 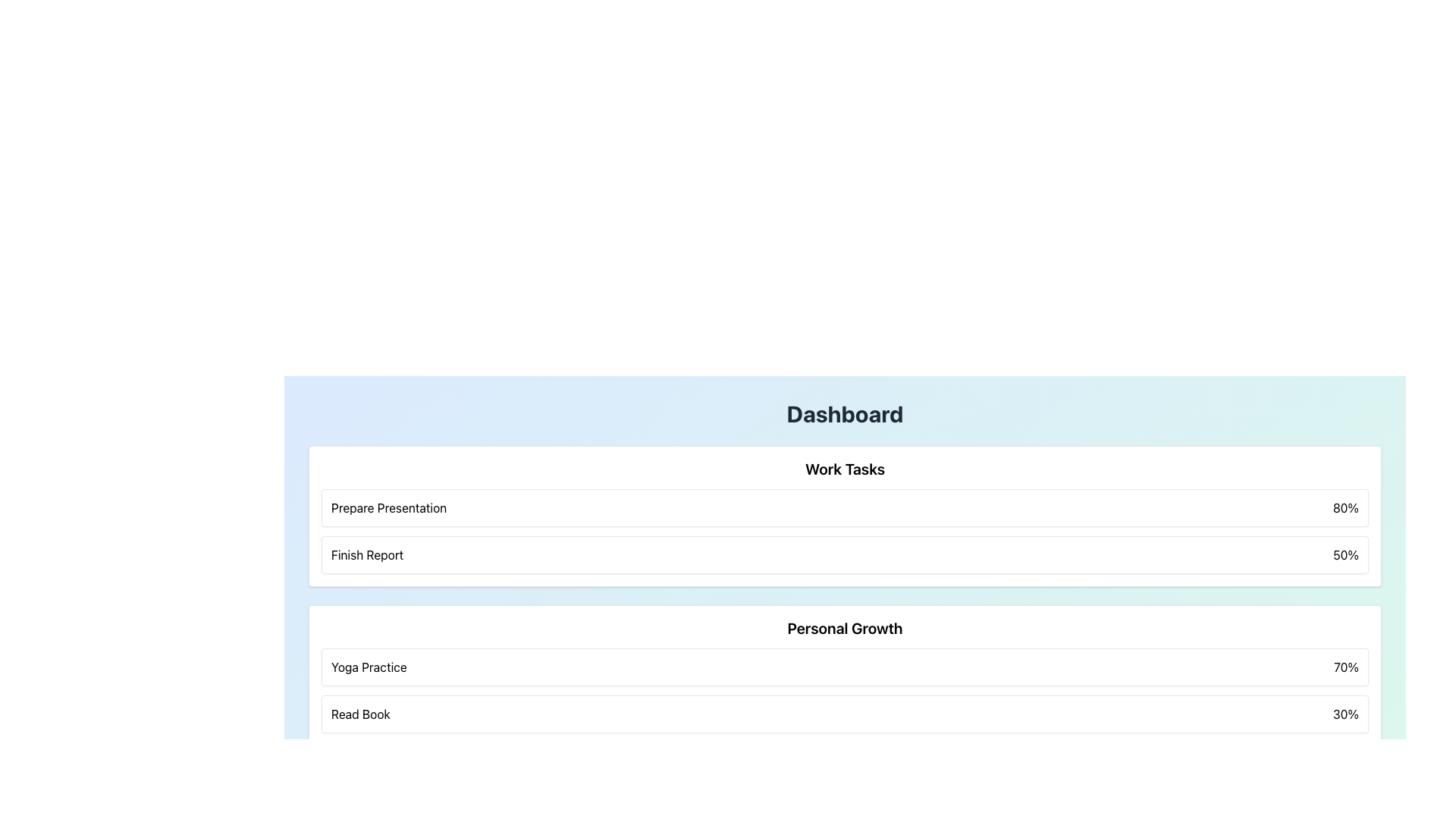 What do you see at coordinates (367, 555) in the screenshot?
I see `the Text Label in the 'Work Tasks' section of the dashboard that summarizes the task 'Prepare Presentation' and is positioned beside '50%'` at bounding box center [367, 555].